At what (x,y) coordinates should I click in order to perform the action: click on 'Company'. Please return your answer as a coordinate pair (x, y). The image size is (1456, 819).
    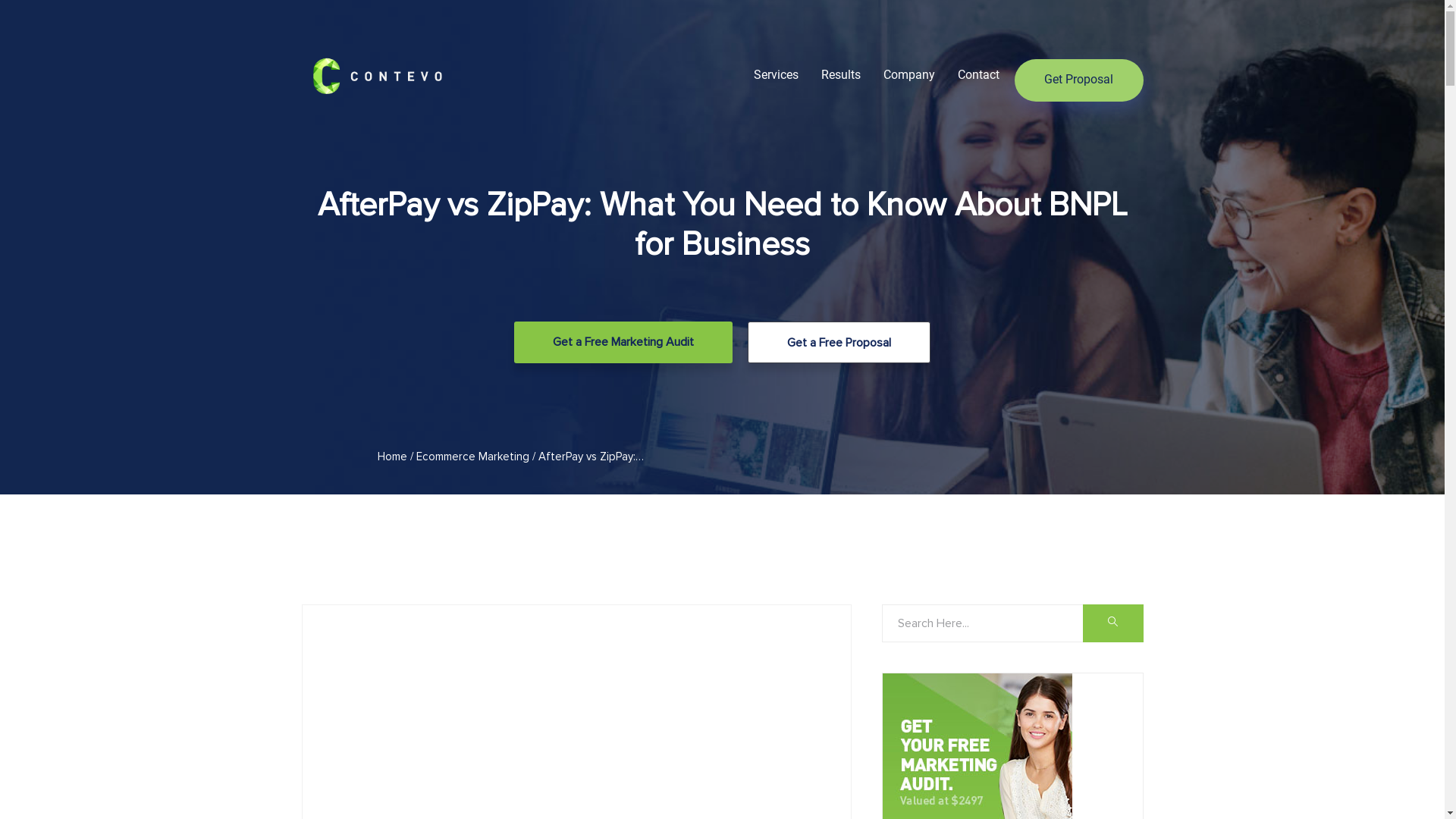
    Looking at the image, I should click on (908, 74).